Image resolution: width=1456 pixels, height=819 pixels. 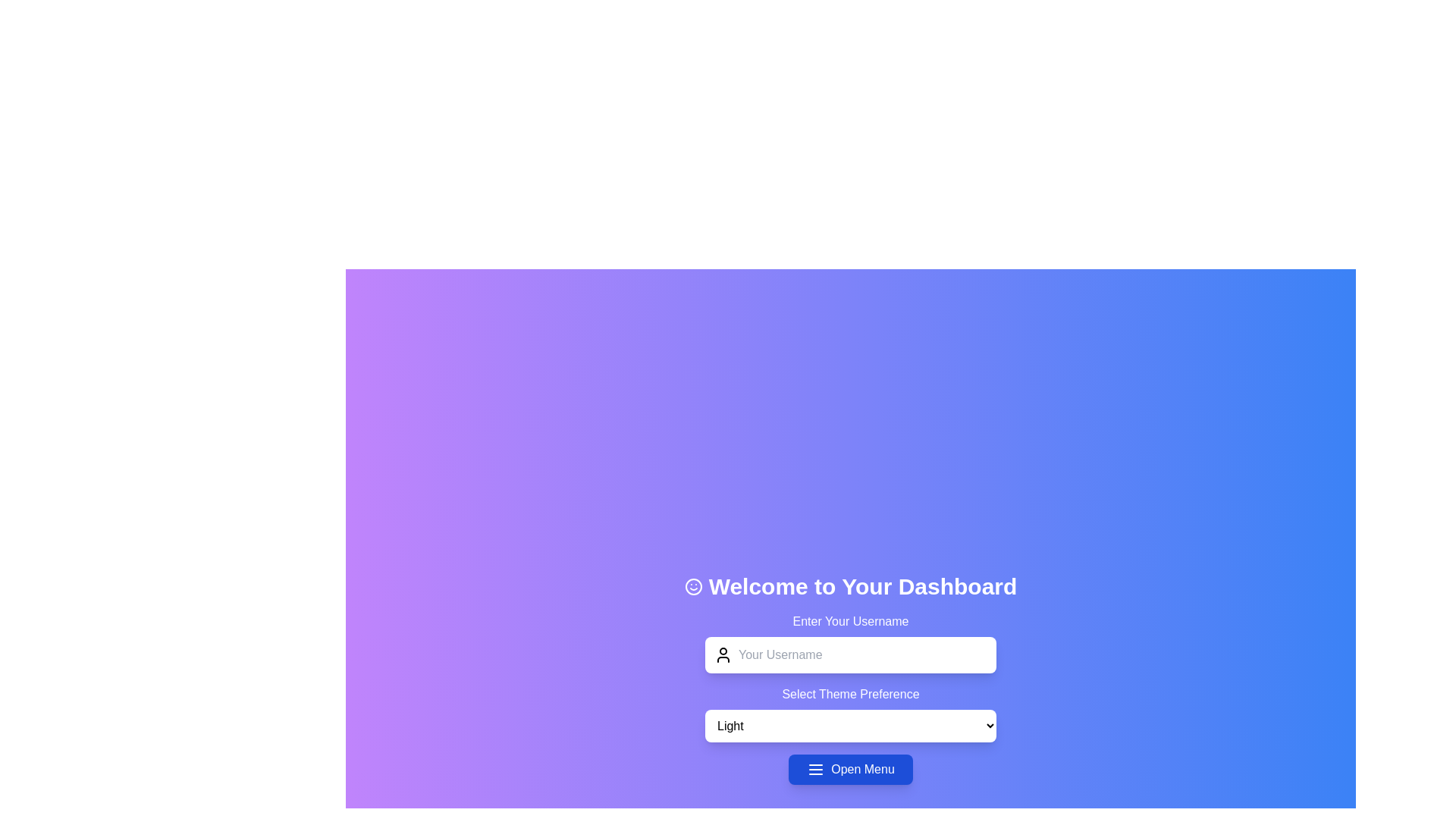 What do you see at coordinates (851, 642) in the screenshot?
I see `the Text Input field for username, located centrally below the 'Welcome to Your Dashboard' title` at bounding box center [851, 642].